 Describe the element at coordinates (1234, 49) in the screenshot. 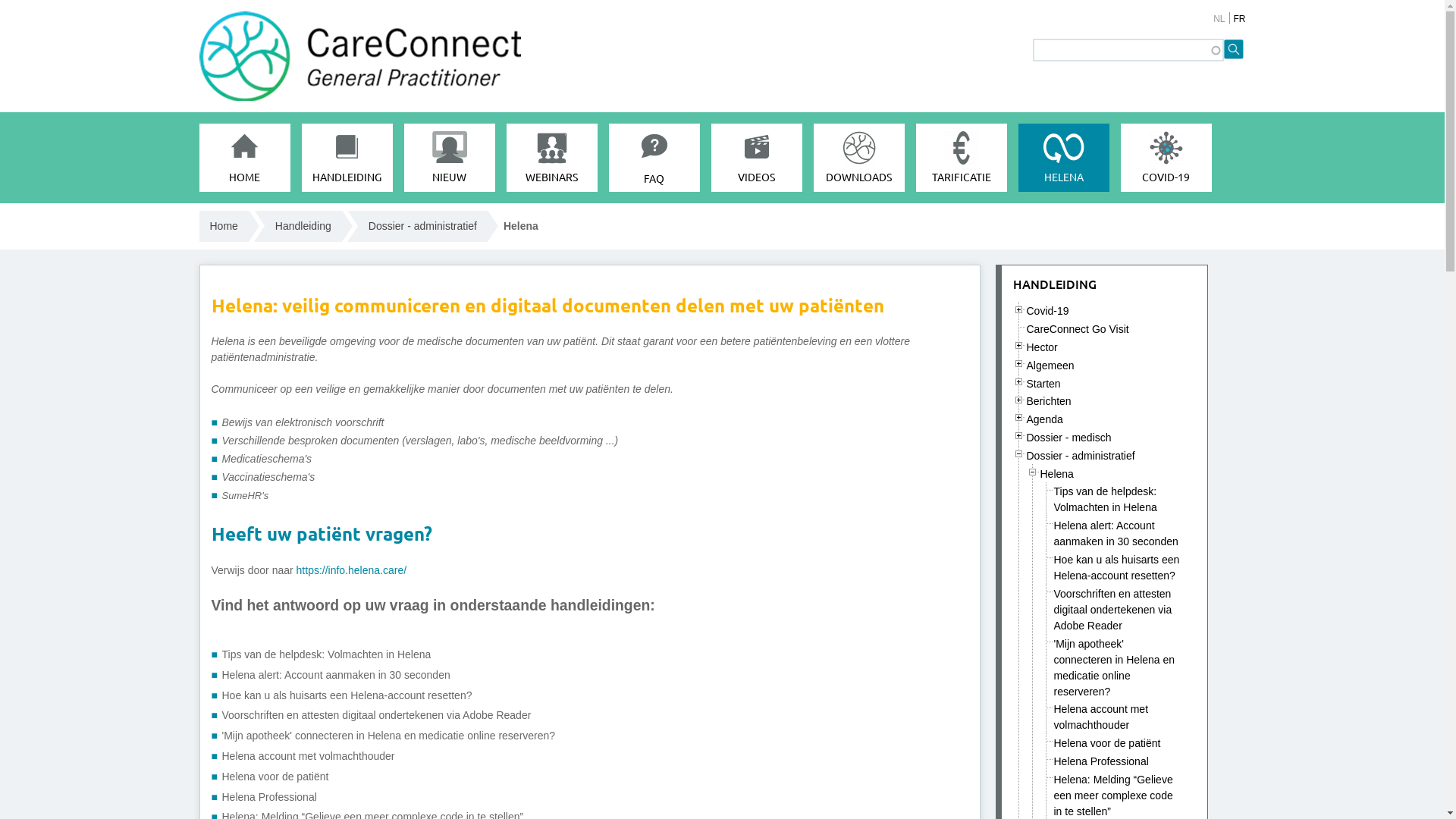

I see `'Toepassen'` at that location.